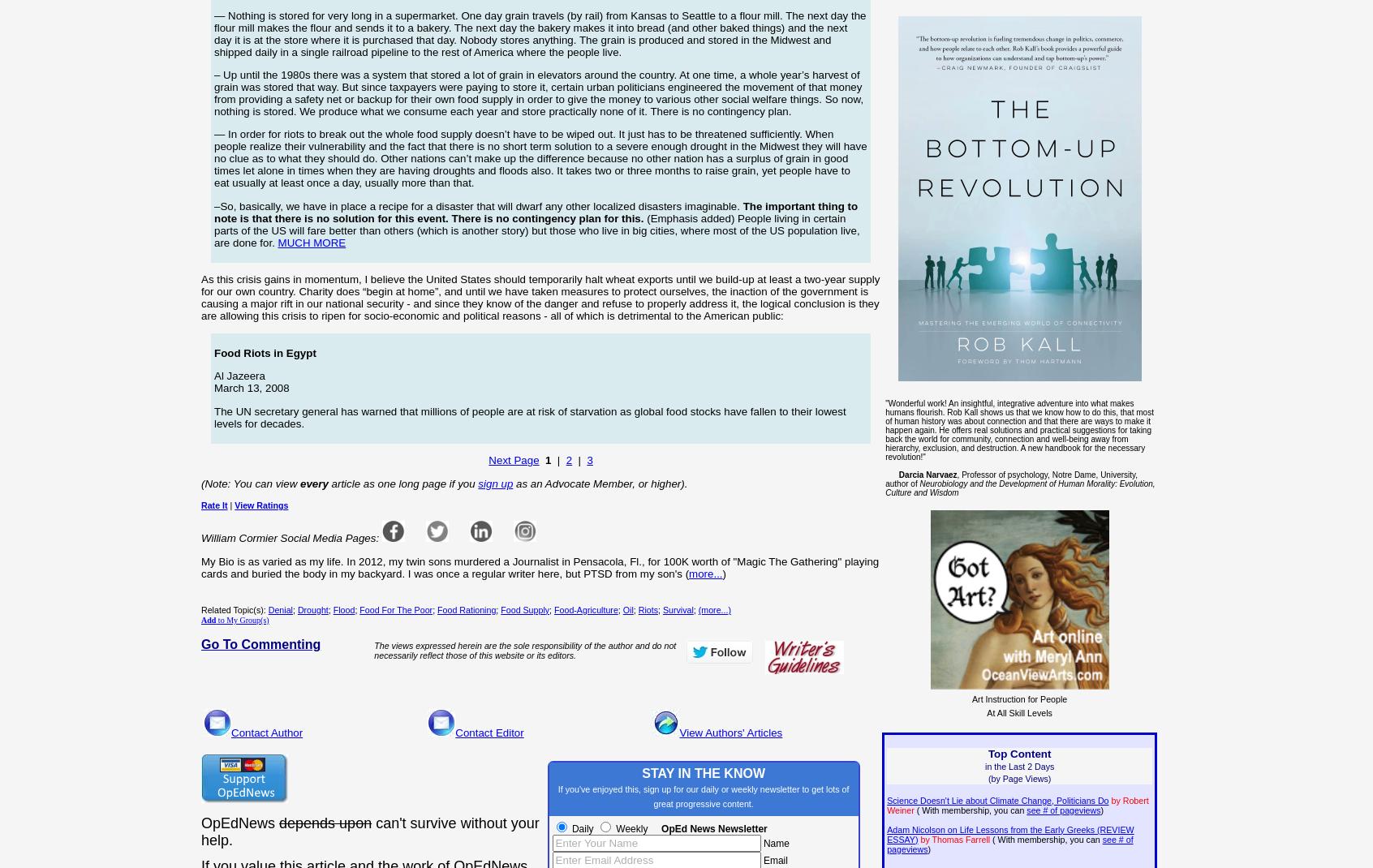 The height and width of the screenshot is (868, 1373). Describe the element at coordinates (241, 618) in the screenshot. I see `'to My Group(s)'` at that location.